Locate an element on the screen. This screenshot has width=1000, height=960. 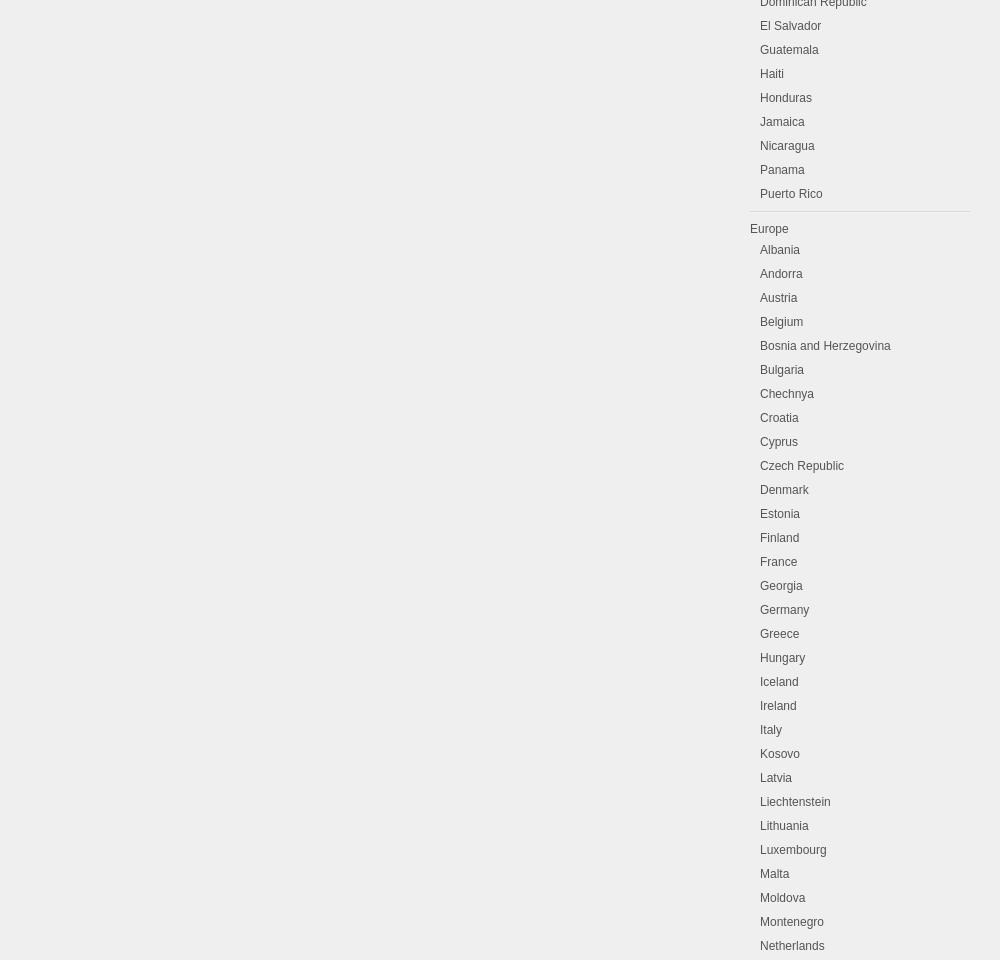
'Italy' is located at coordinates (771, 728).